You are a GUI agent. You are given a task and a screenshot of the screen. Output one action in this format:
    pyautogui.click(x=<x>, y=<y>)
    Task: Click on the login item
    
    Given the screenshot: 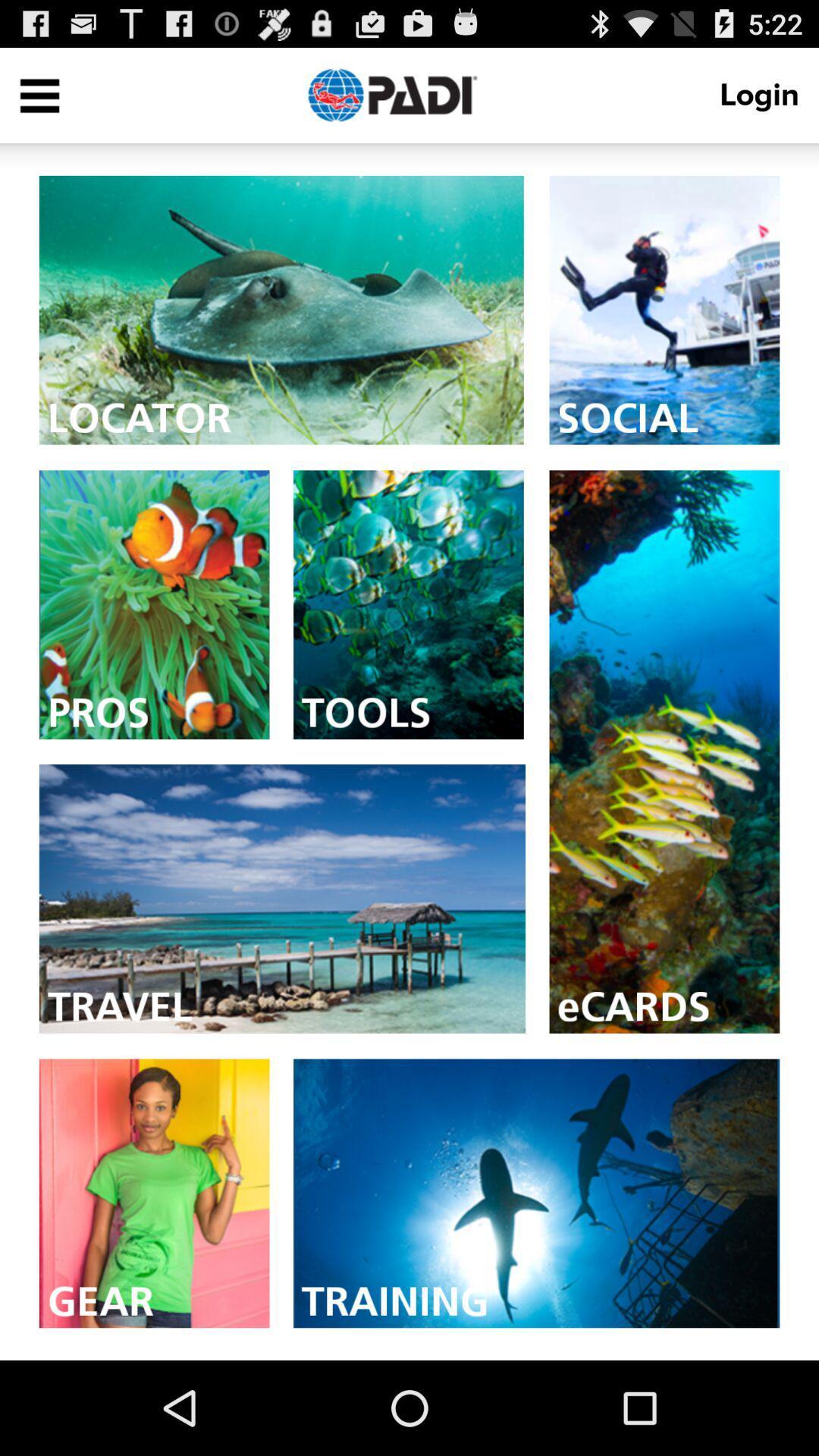 What is the action you would take?
    pyautogui.click(x=764, y=94)
    